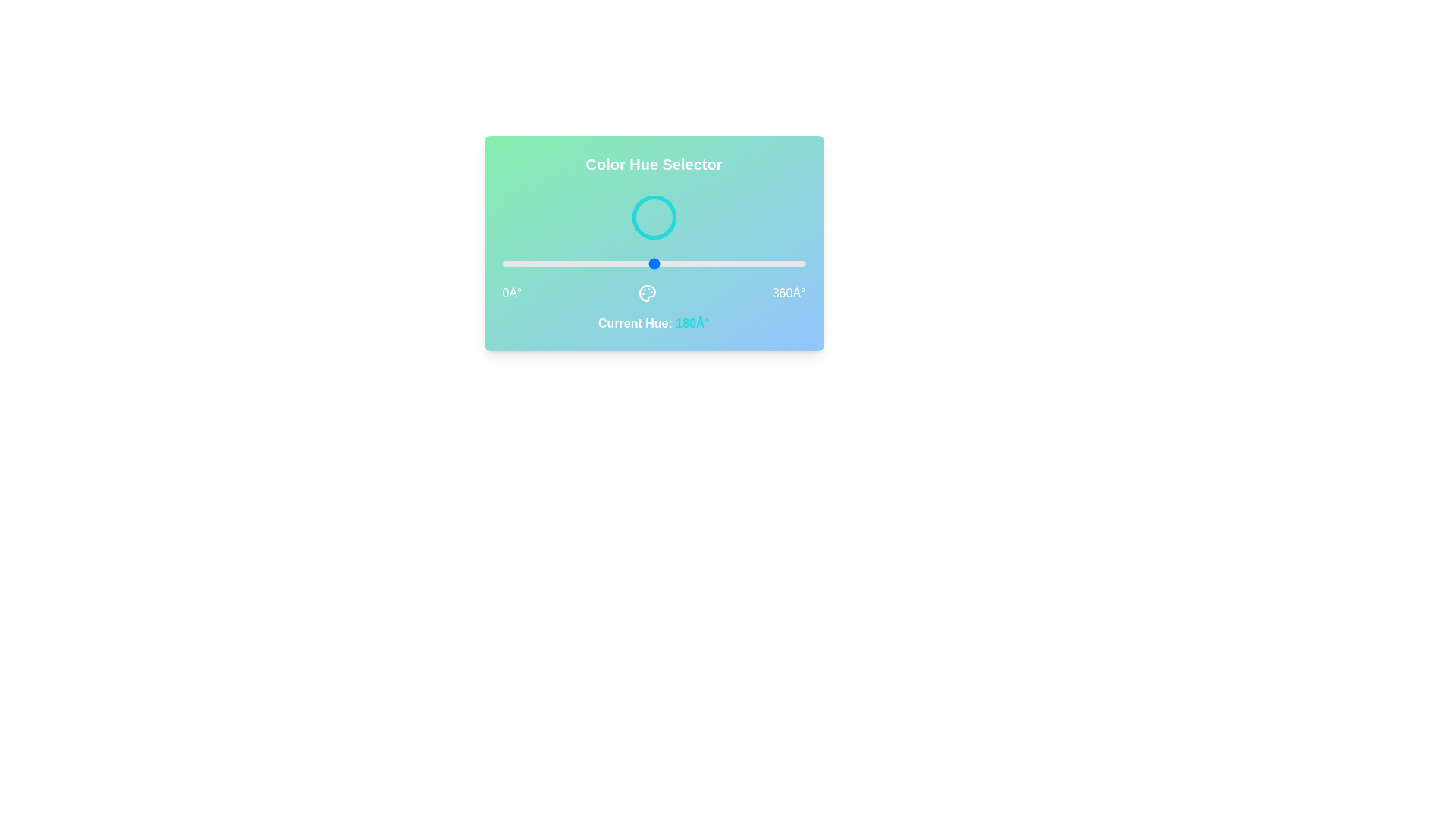 This screenshot has height=819, width=1456. I want to click on the hue value to 257 by interacting with the slider, so click(718, 262).